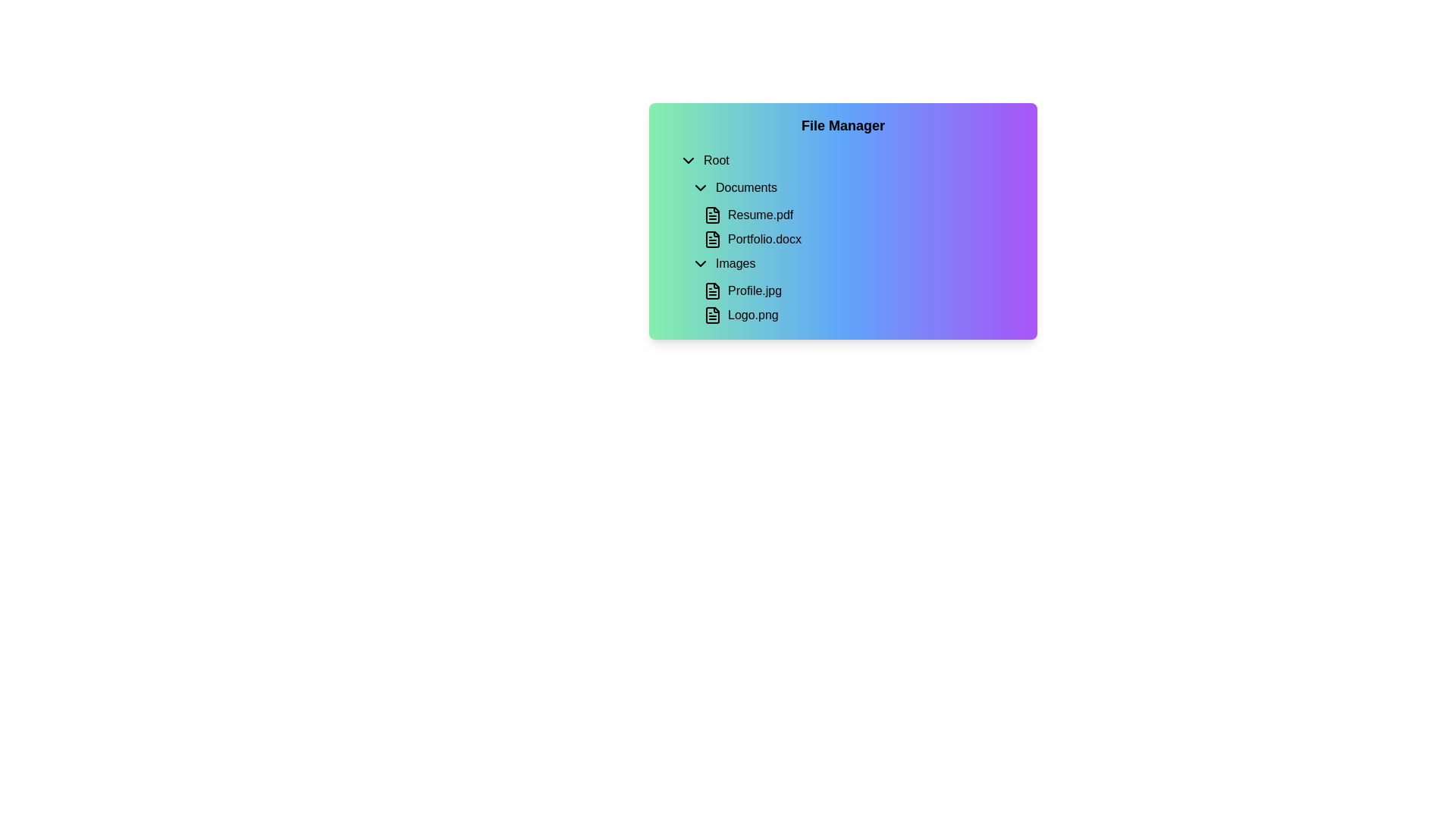 The image size is (1456, 819). Describe the element at coordinates (861, 291) in the screenshot. I see `the file entry item named 'Profile.jpg'` at that location.